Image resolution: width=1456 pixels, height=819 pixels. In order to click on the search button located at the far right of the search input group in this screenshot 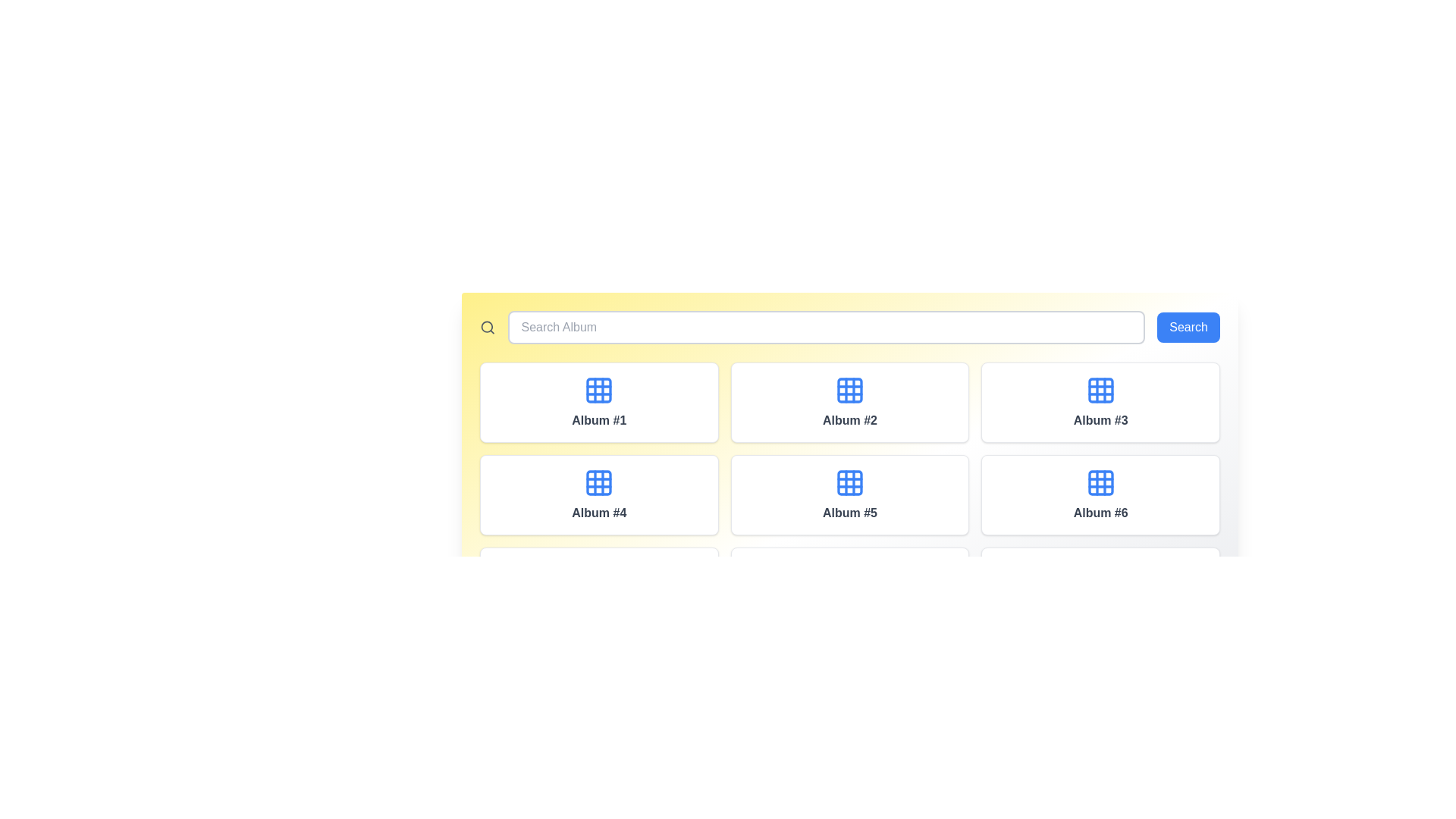, I will do `click(1188, 327)`.